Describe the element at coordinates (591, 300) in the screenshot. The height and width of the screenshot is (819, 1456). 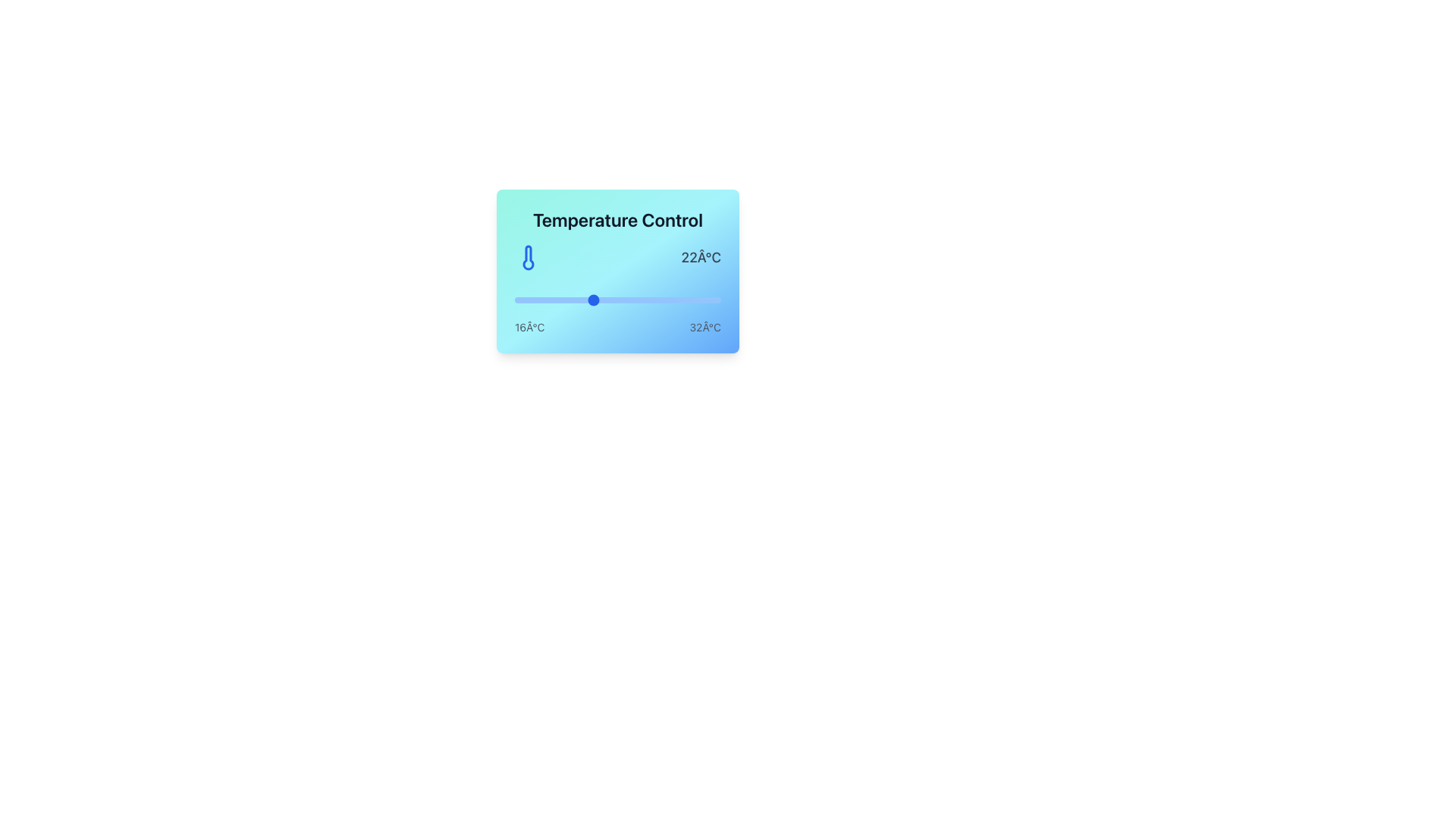
I see `the temperature` at that location.